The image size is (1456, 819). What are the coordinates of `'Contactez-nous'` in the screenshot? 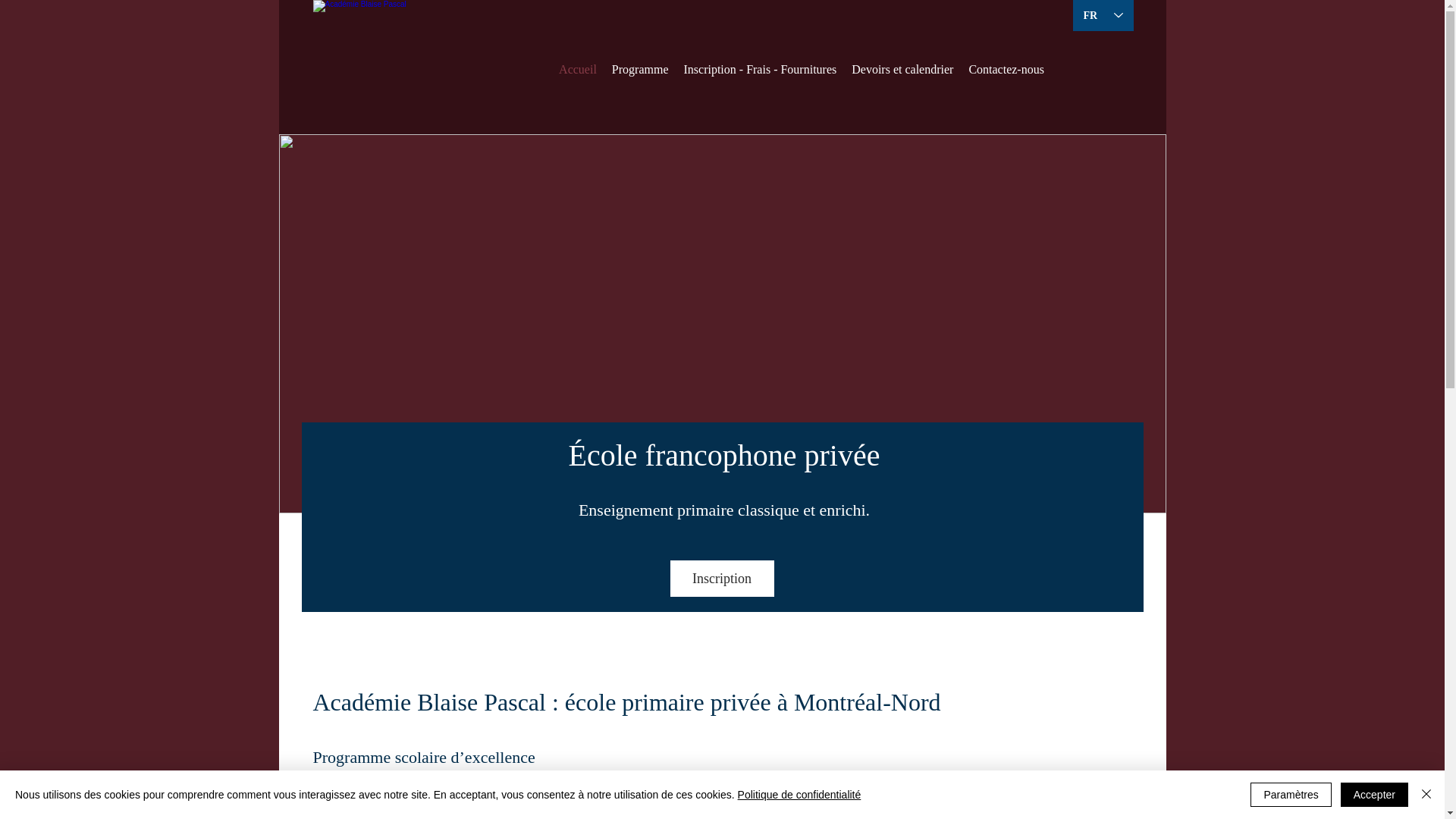 It's located at (1006, 69).